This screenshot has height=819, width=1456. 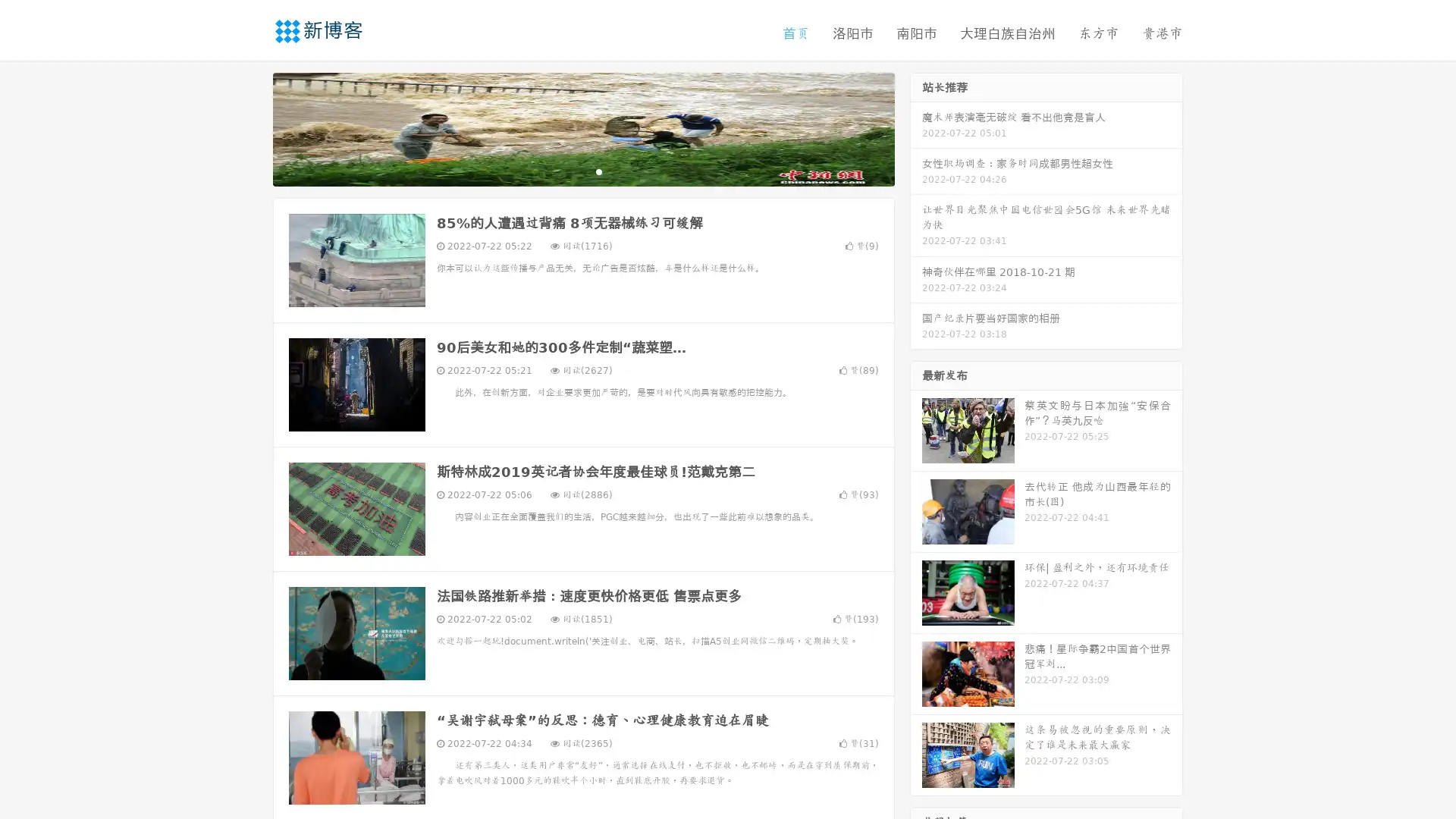 I want to click on Go to slide 3, so click(x=598, y=171).